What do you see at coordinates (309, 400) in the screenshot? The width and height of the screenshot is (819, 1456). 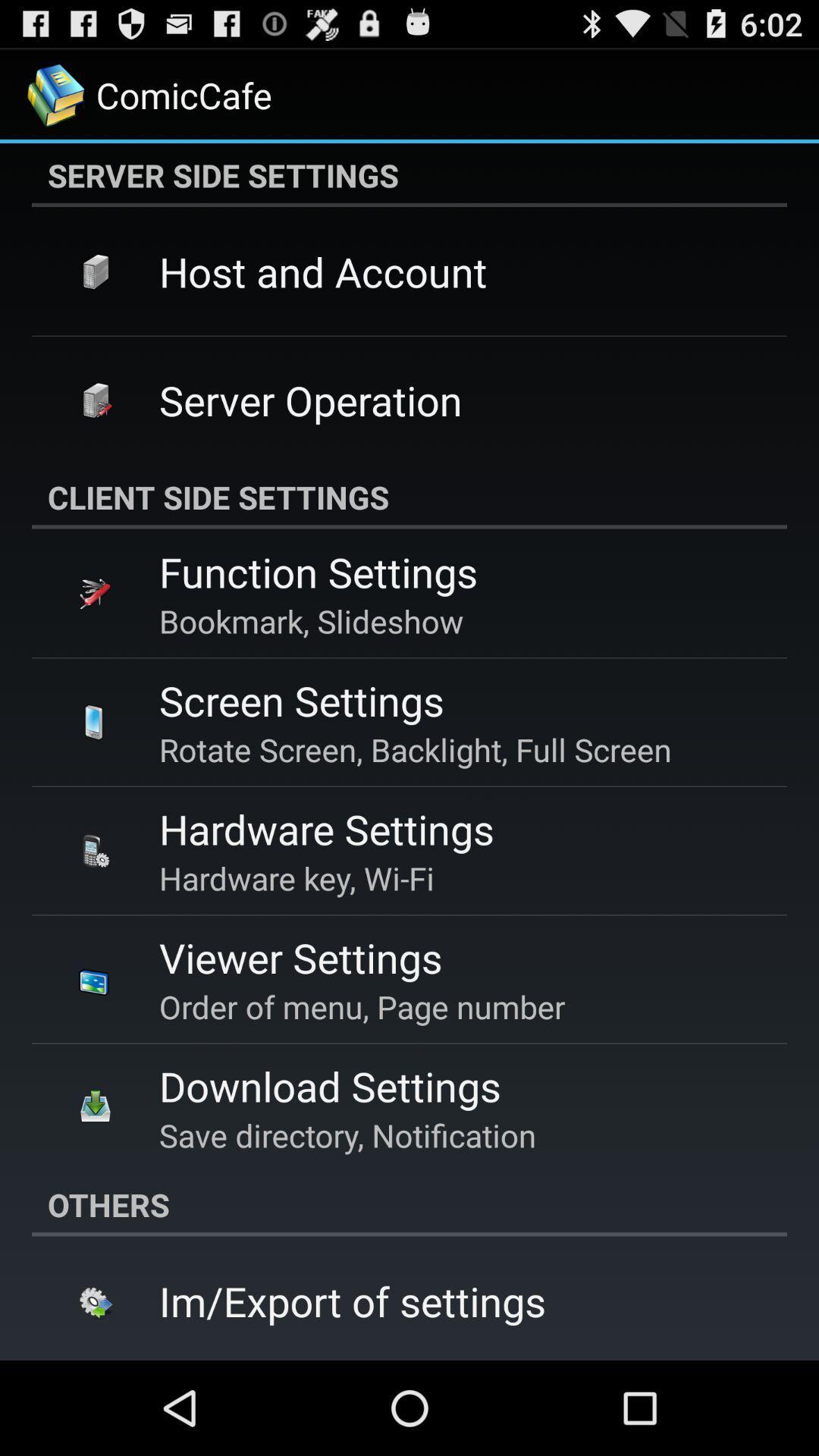 I see `the app below the host and account item` at bounding box center [309, 400].